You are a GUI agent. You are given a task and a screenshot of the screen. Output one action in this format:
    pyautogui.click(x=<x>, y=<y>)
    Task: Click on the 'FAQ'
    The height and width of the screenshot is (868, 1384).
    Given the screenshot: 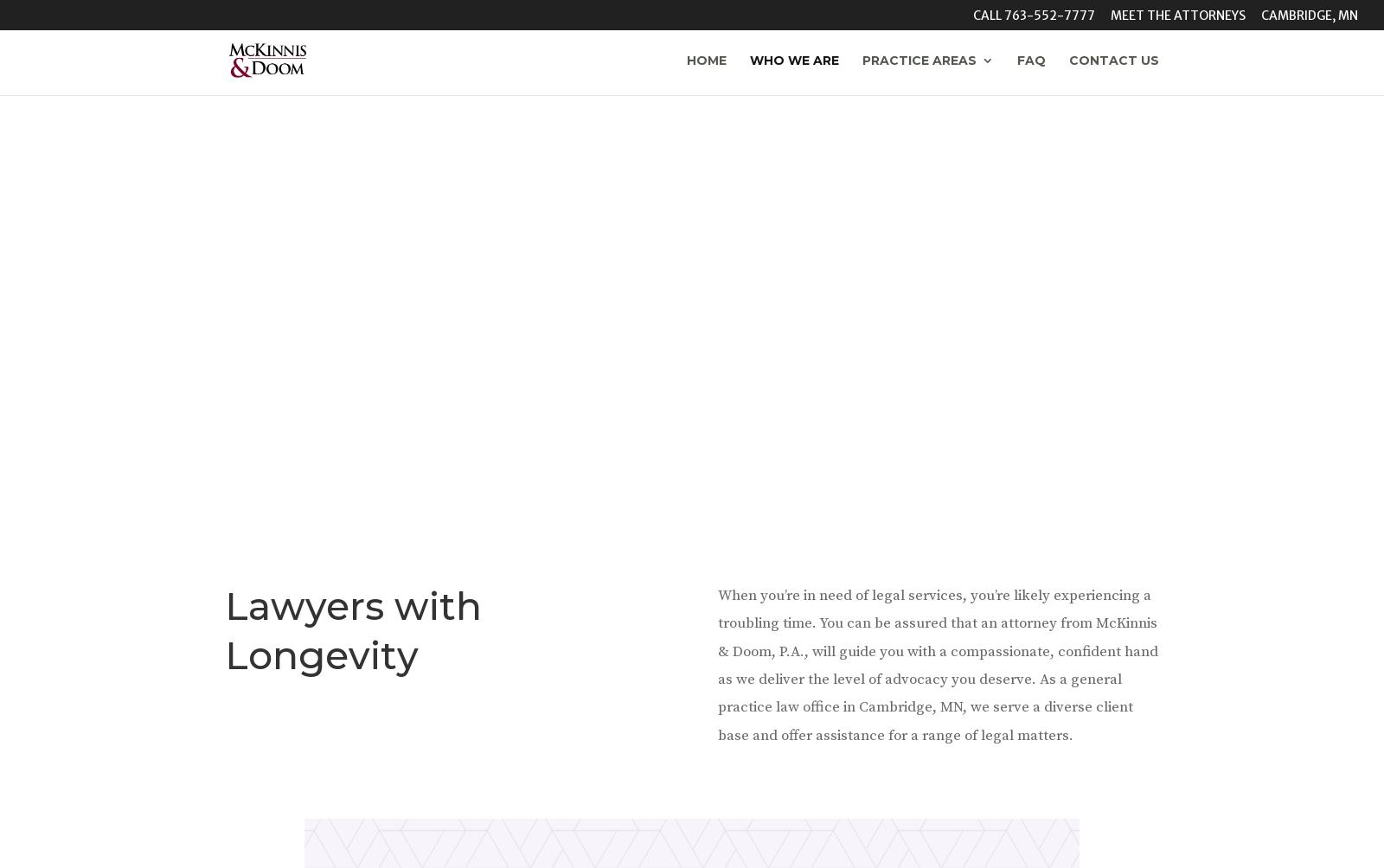 What is the action you would take?
    pyautogui.click(x=1031, y=60)
    